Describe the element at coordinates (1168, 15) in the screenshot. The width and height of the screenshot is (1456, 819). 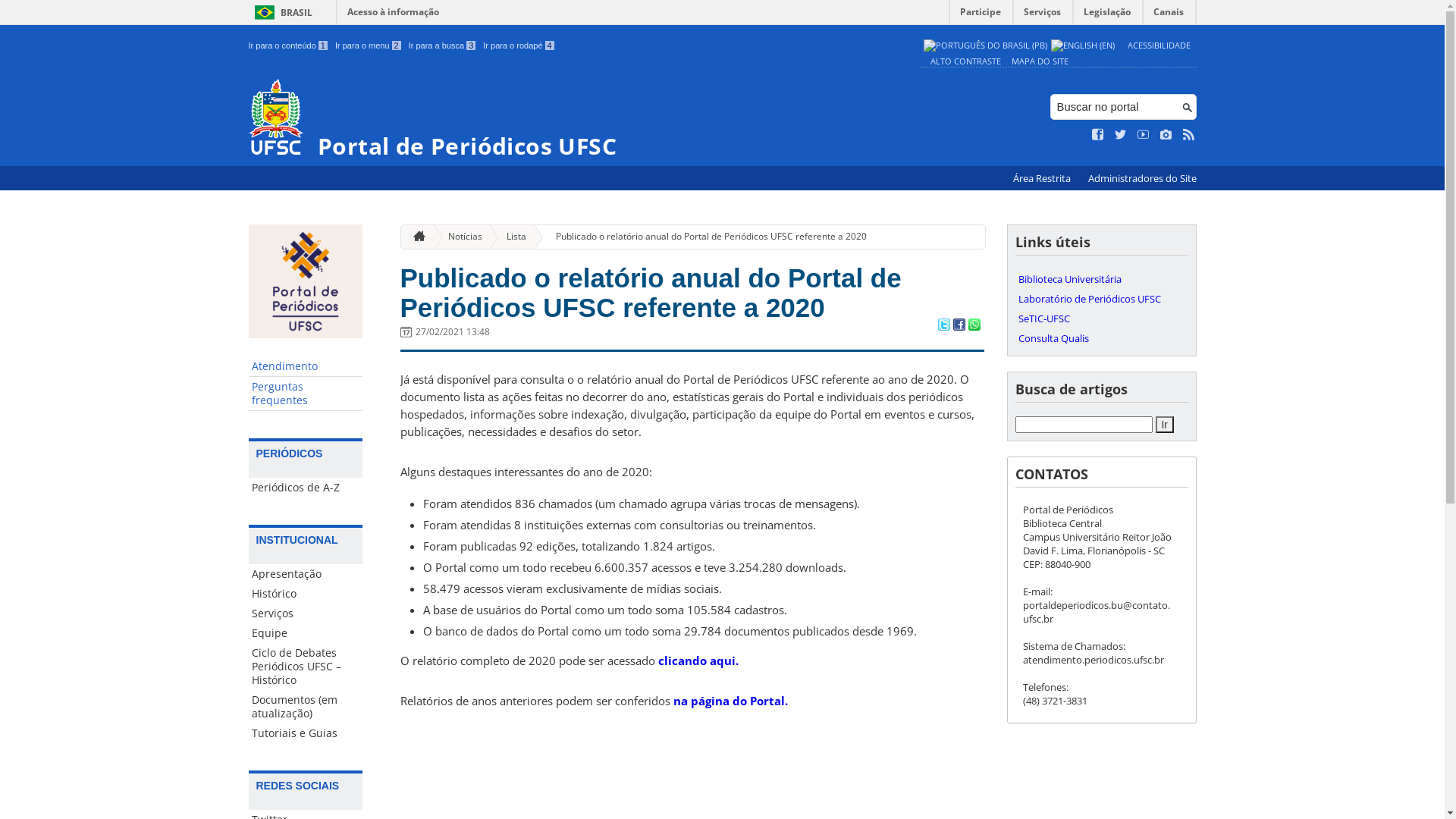
I see `'Canais'` at that location.